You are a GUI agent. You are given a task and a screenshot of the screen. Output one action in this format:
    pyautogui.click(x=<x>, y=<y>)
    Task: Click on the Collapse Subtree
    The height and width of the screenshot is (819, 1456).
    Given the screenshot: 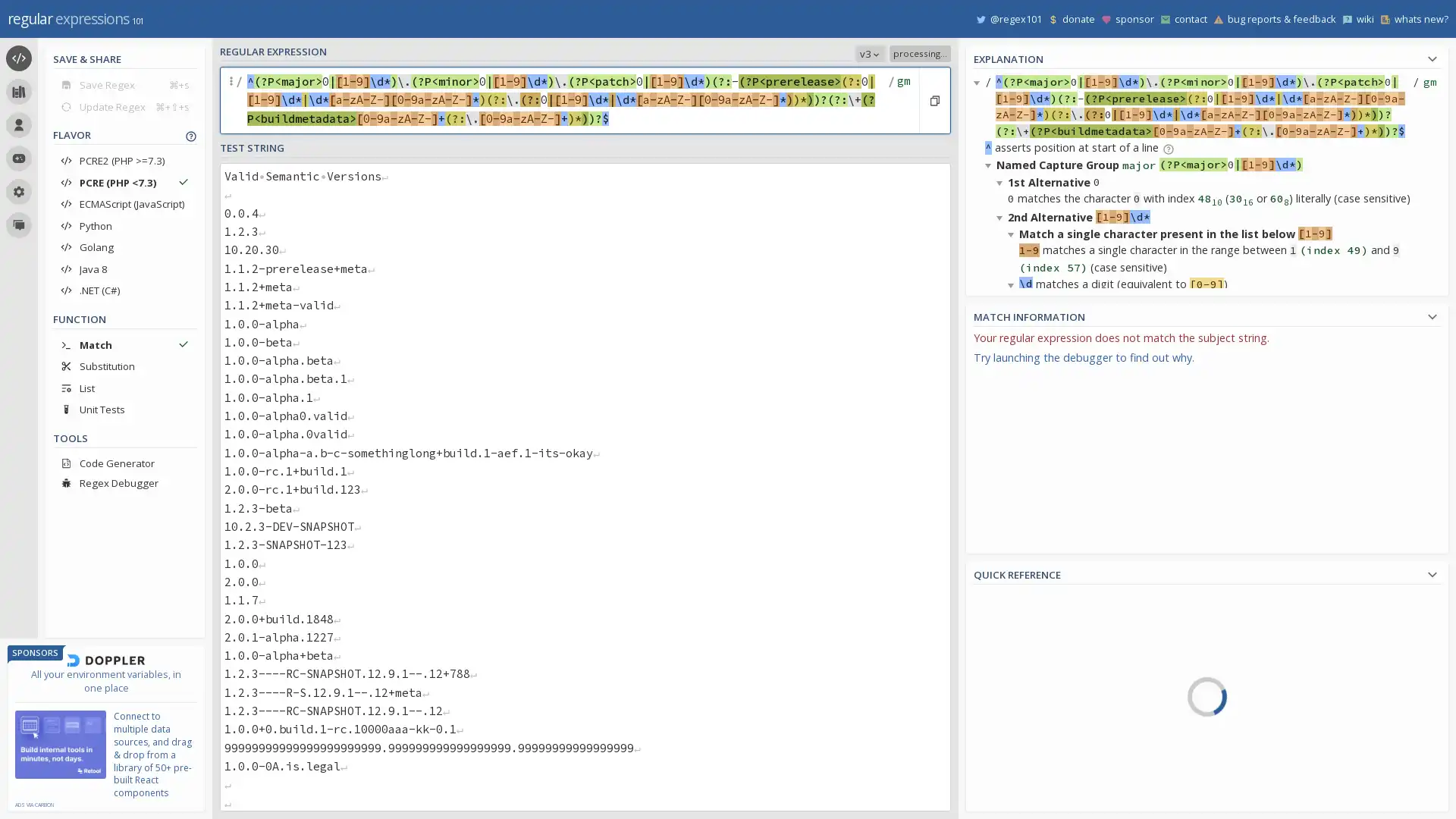 What is the action you would take?
    pyautogui.click(x=990, y=165)
    